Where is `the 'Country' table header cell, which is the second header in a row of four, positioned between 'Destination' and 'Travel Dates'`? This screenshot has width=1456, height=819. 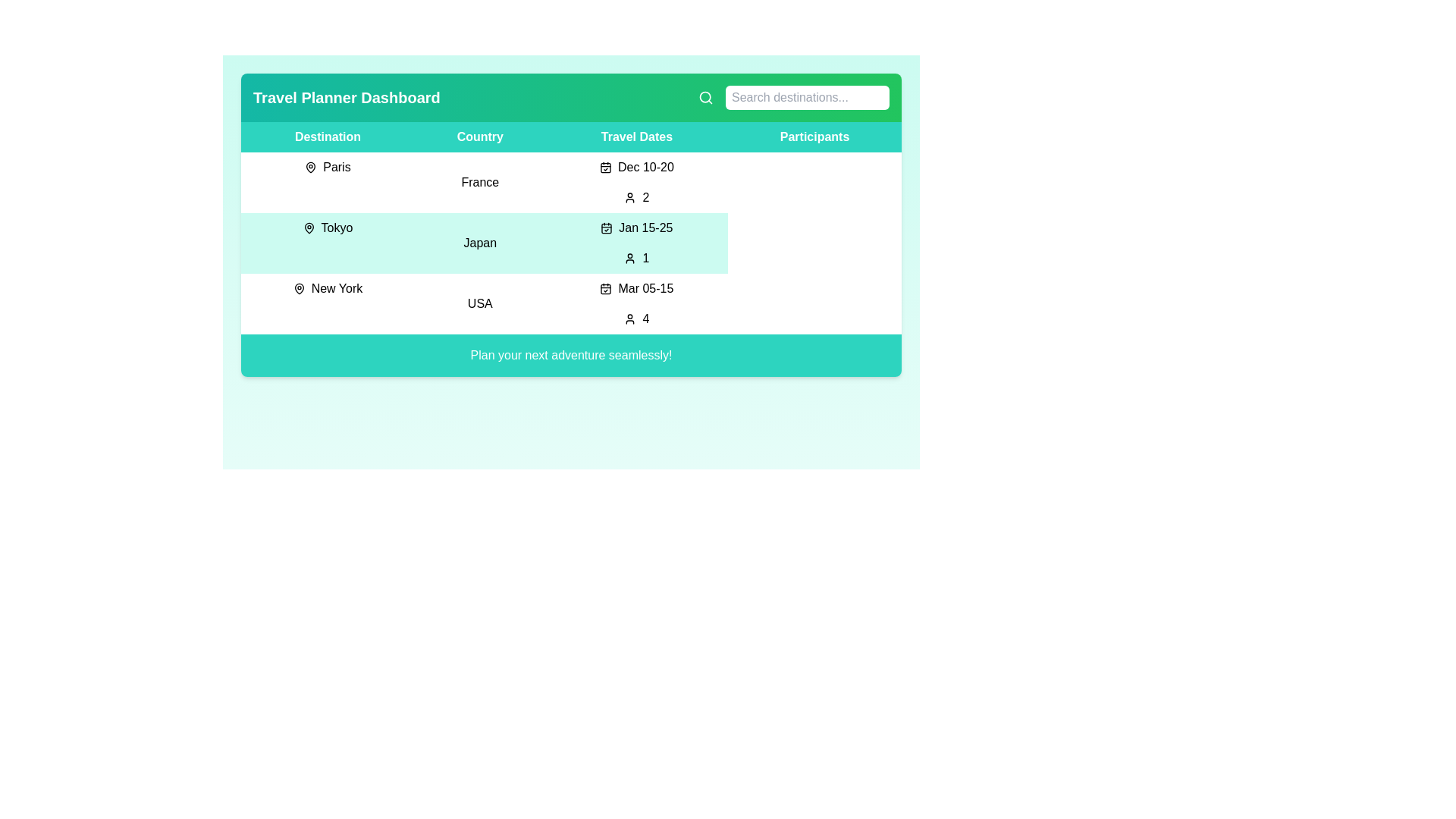
the 'Country' table header cell, which is the second header in a row of four, positioned between 'Destination' and 'Travel Dates' is located at coordinates (479, 137).